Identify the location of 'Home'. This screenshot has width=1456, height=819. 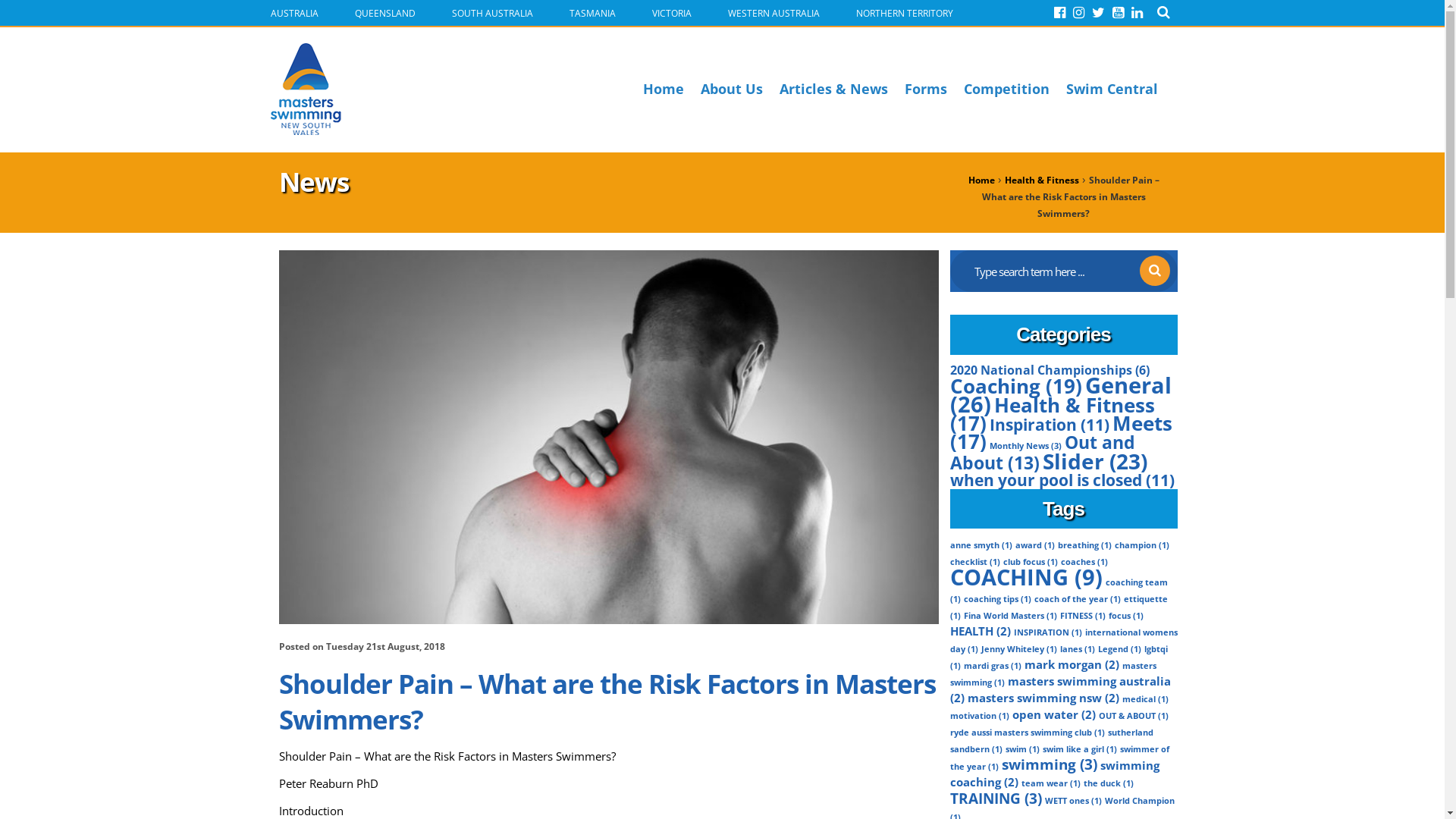
(981, 179).